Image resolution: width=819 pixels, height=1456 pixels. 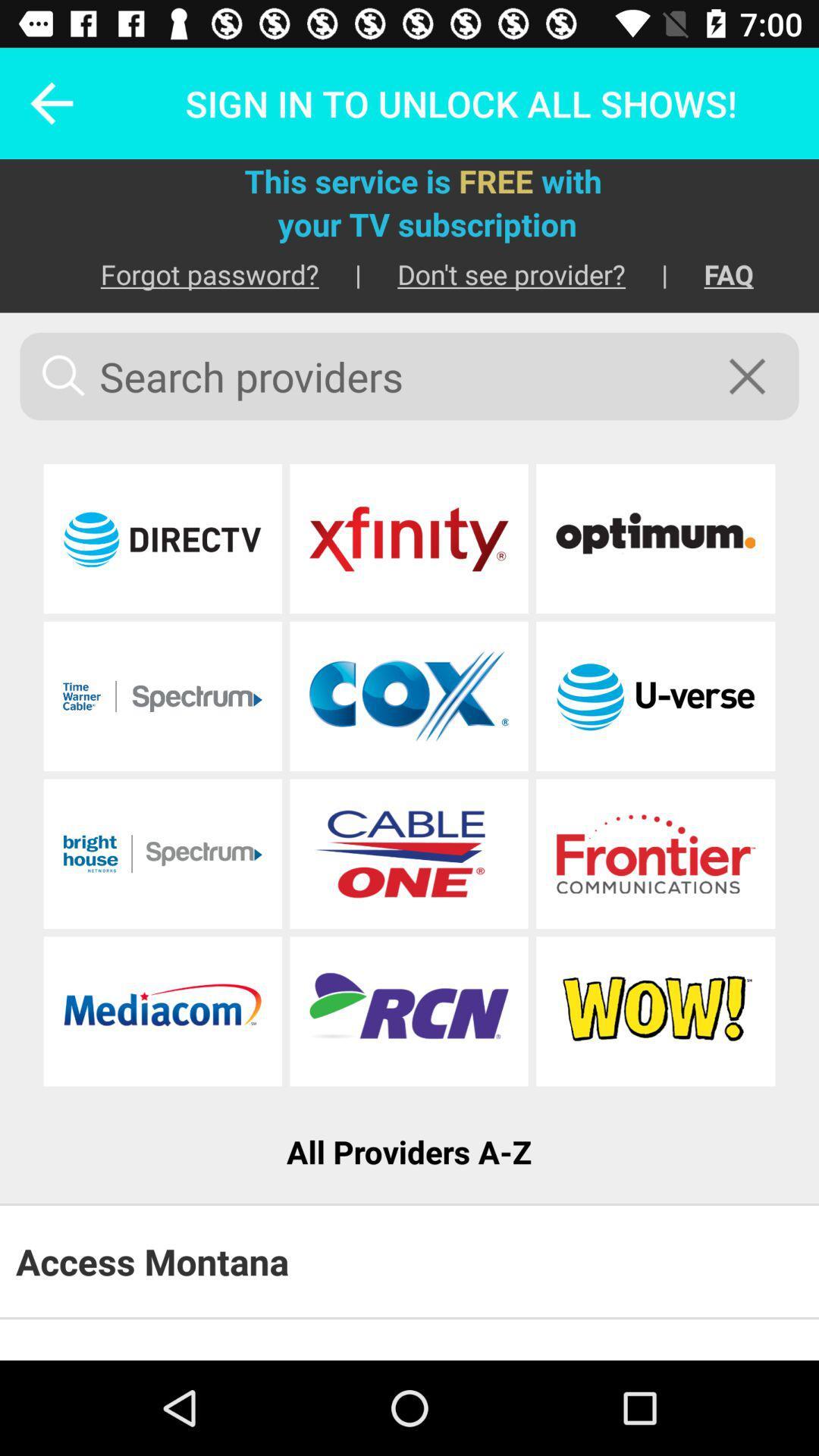 I want to click on check wow service provider, so click(x=654, y=1011).